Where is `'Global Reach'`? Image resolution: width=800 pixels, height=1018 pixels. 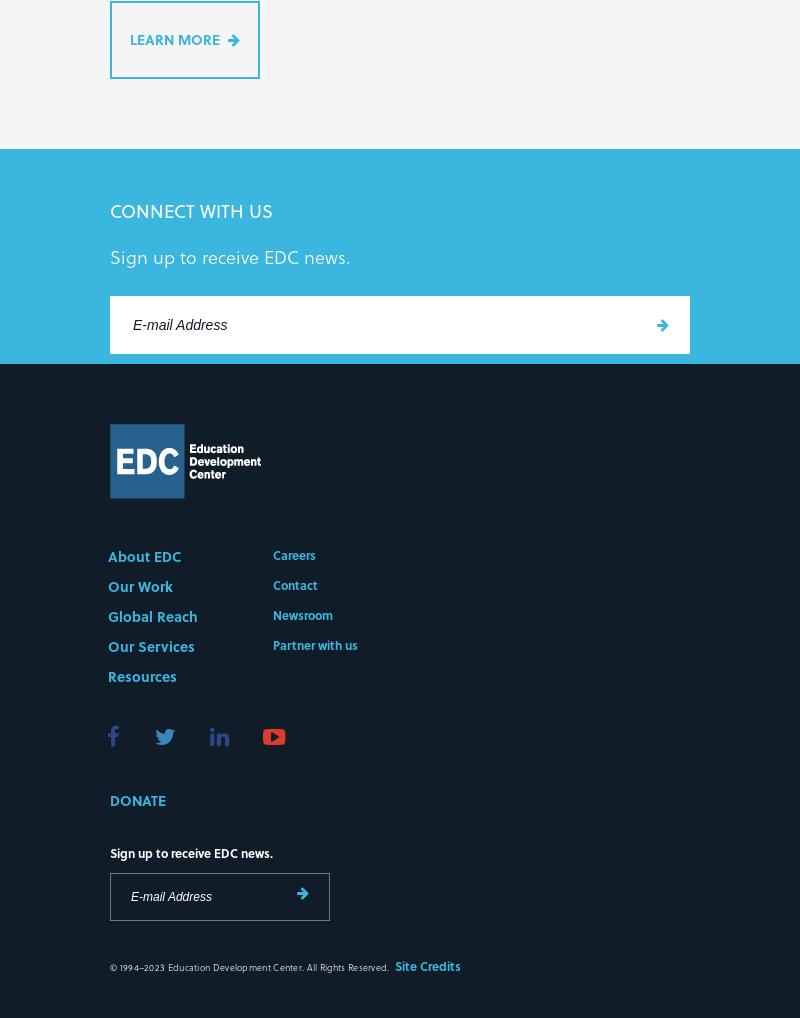 'Global Reach' is located at coordinates (153, 618).